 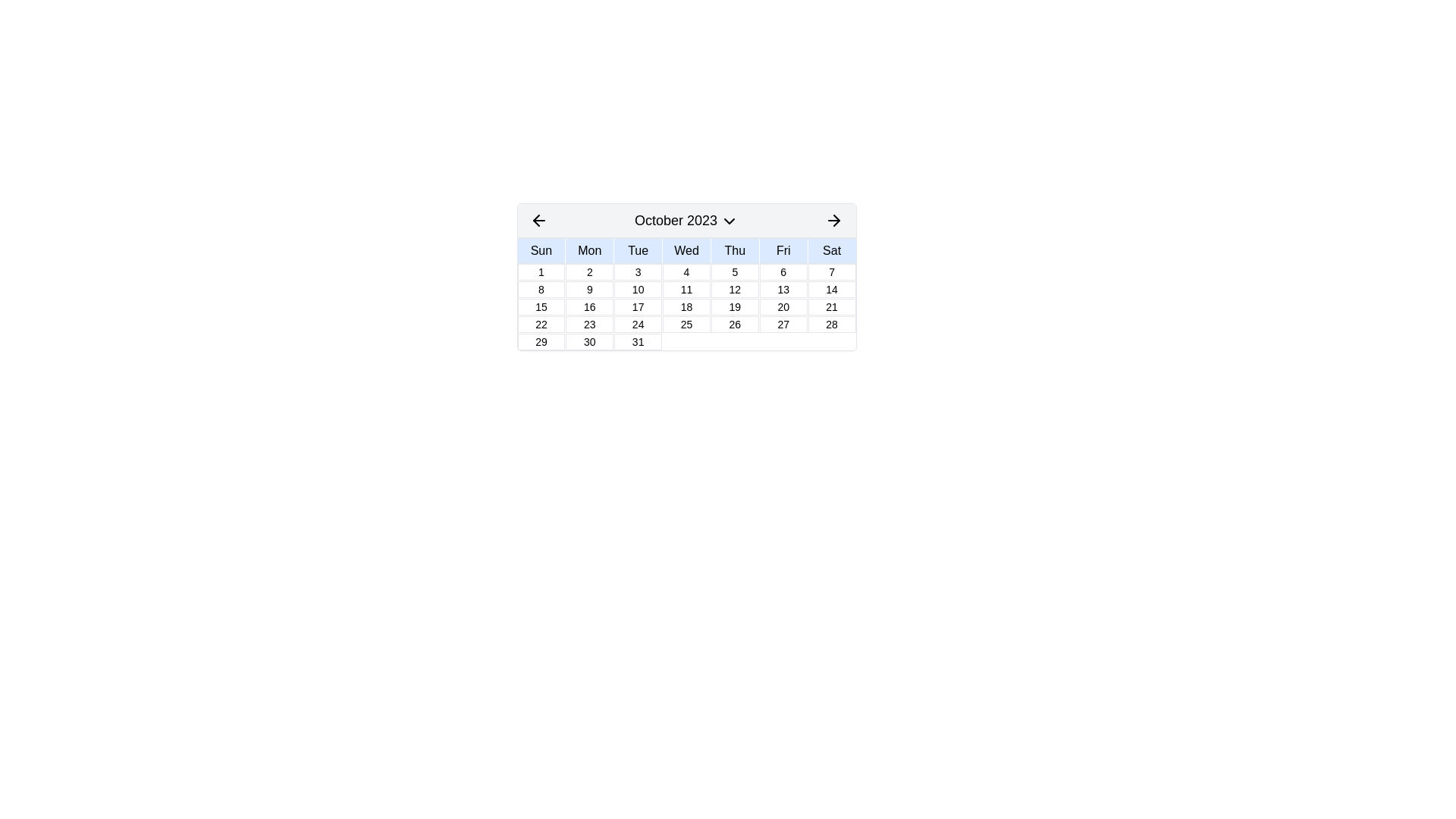 I want to click on the white rectangular label displaying '12', located in the second row and fifth column of the calendar grid, representing Thursday, October 12, so click(x=735, y=289).